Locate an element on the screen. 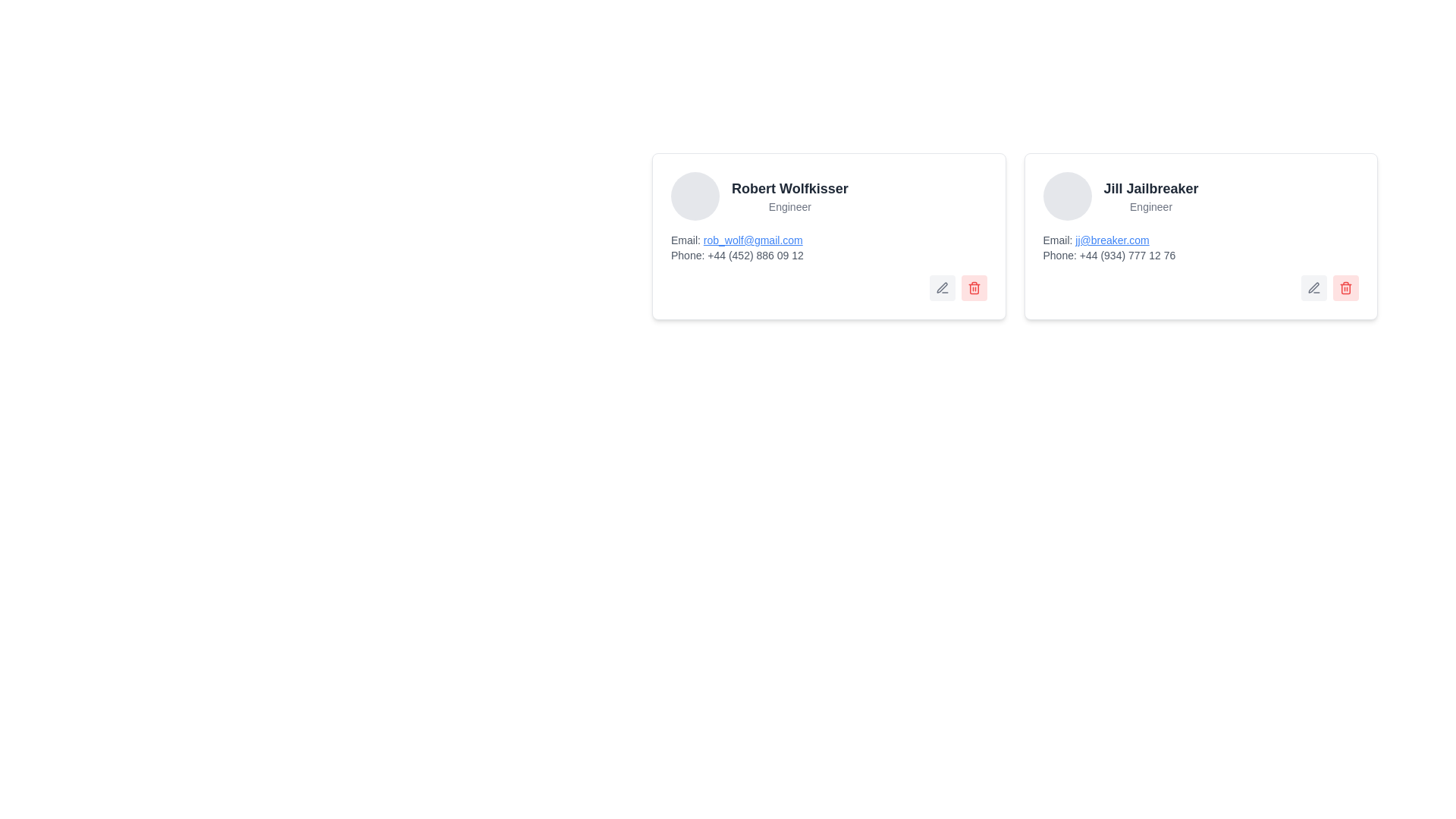 The height and width of the screenshot is (819, 1456). the text label reading 'Engineer' is located at coordinates (789, 207).